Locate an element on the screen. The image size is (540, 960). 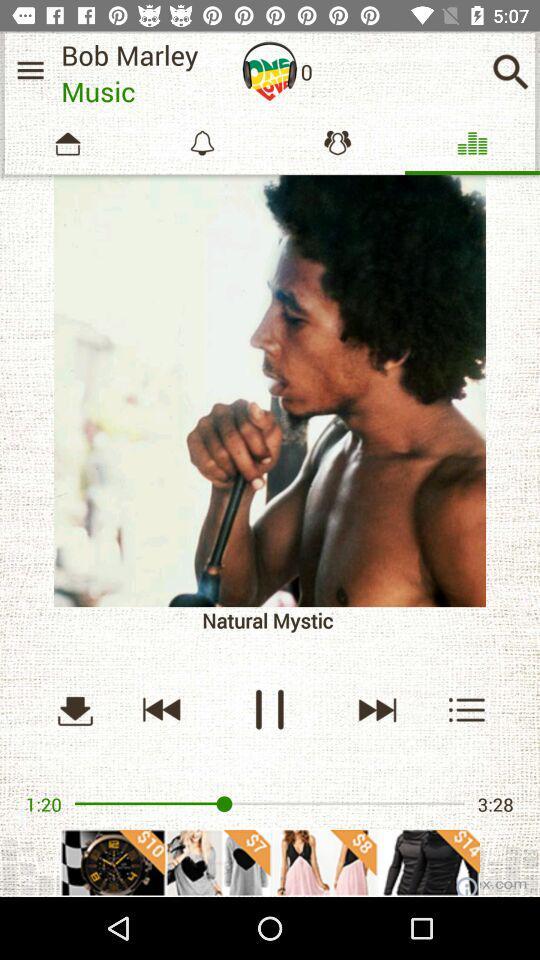
advertisement is located at coordinates (270, 861).